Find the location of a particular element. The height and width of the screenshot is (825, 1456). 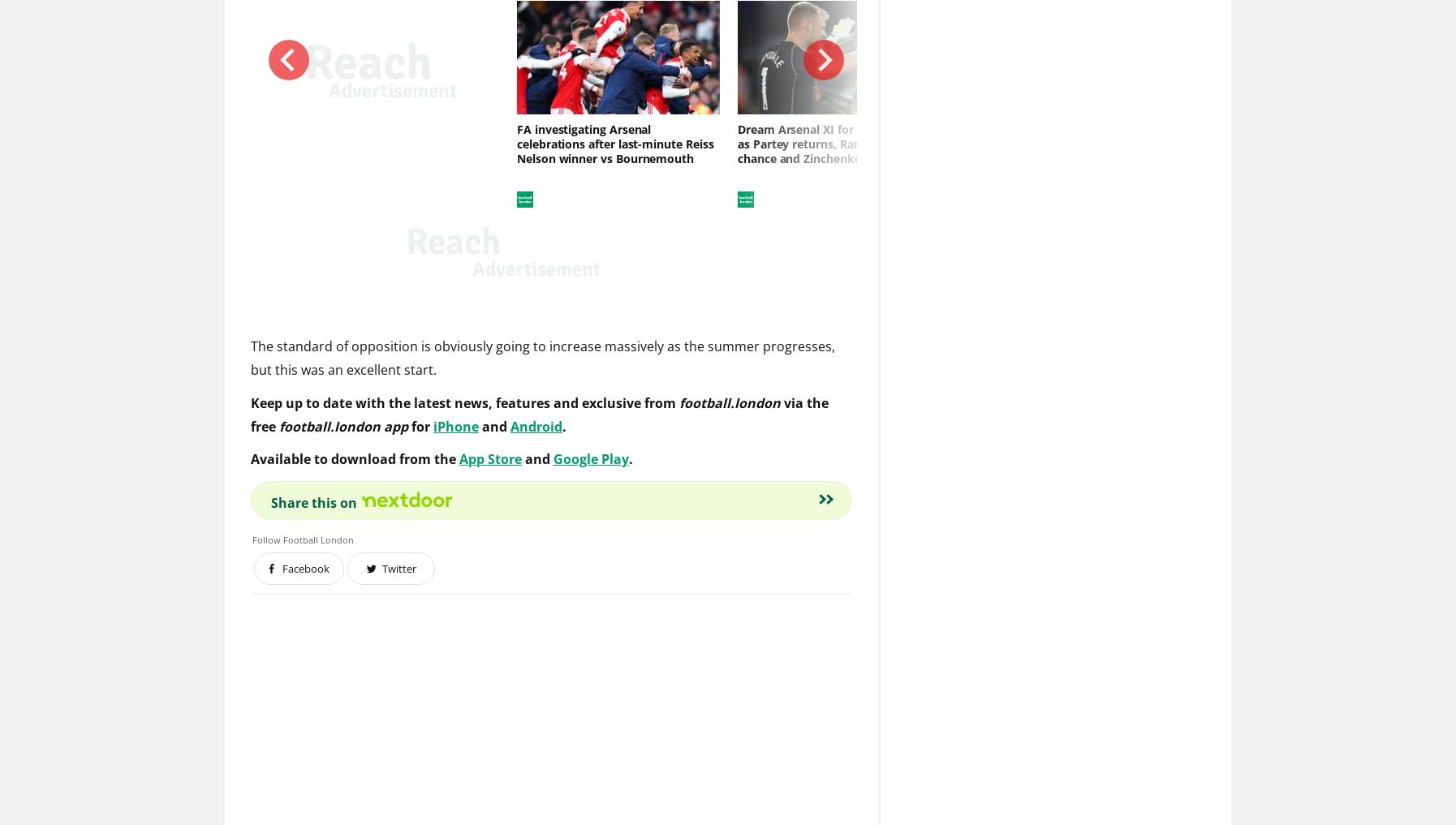

'for' is located at coordinates (422, 428).